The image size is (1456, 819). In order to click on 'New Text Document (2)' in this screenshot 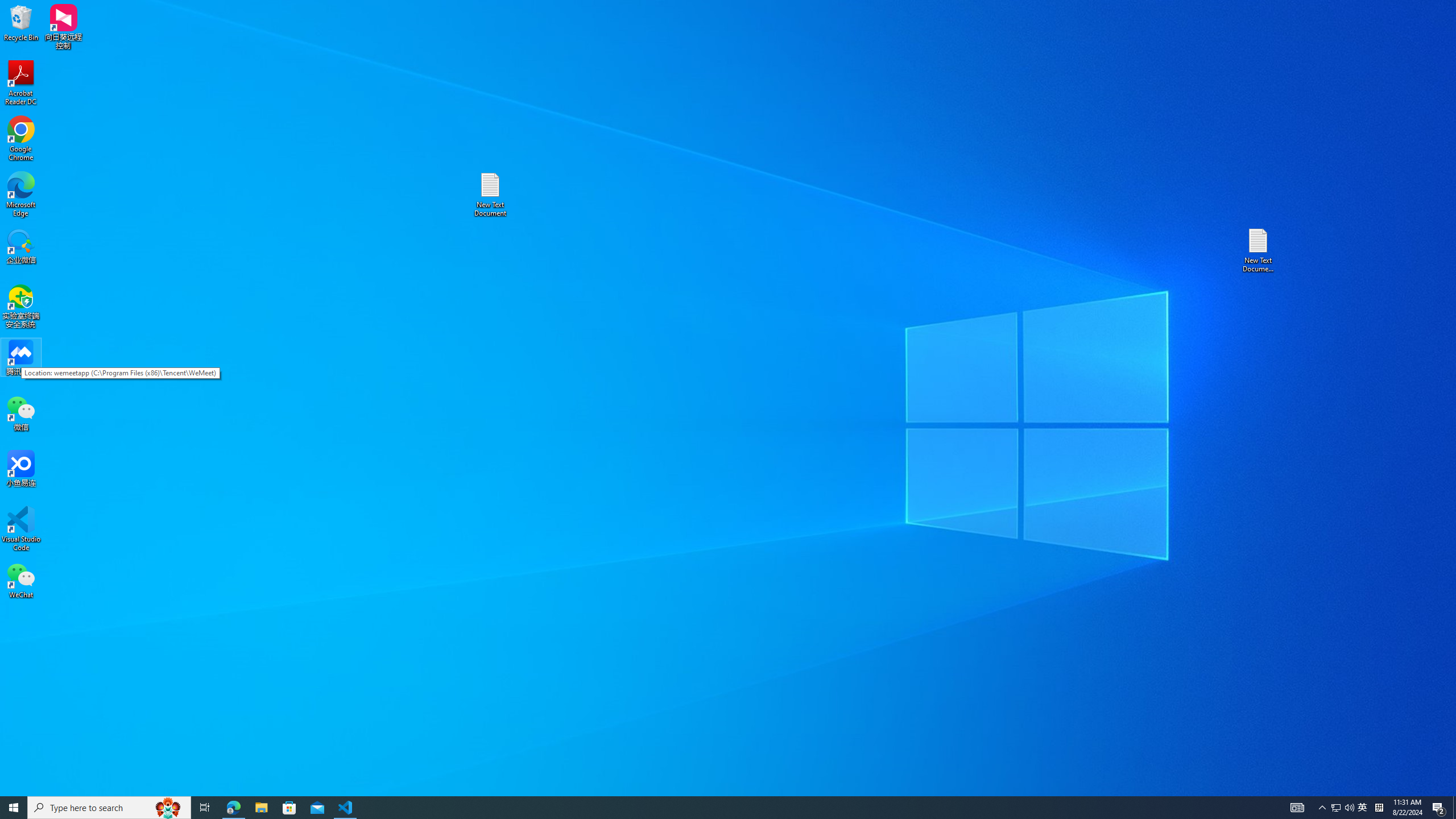, I will do `click(1259, 249)`.